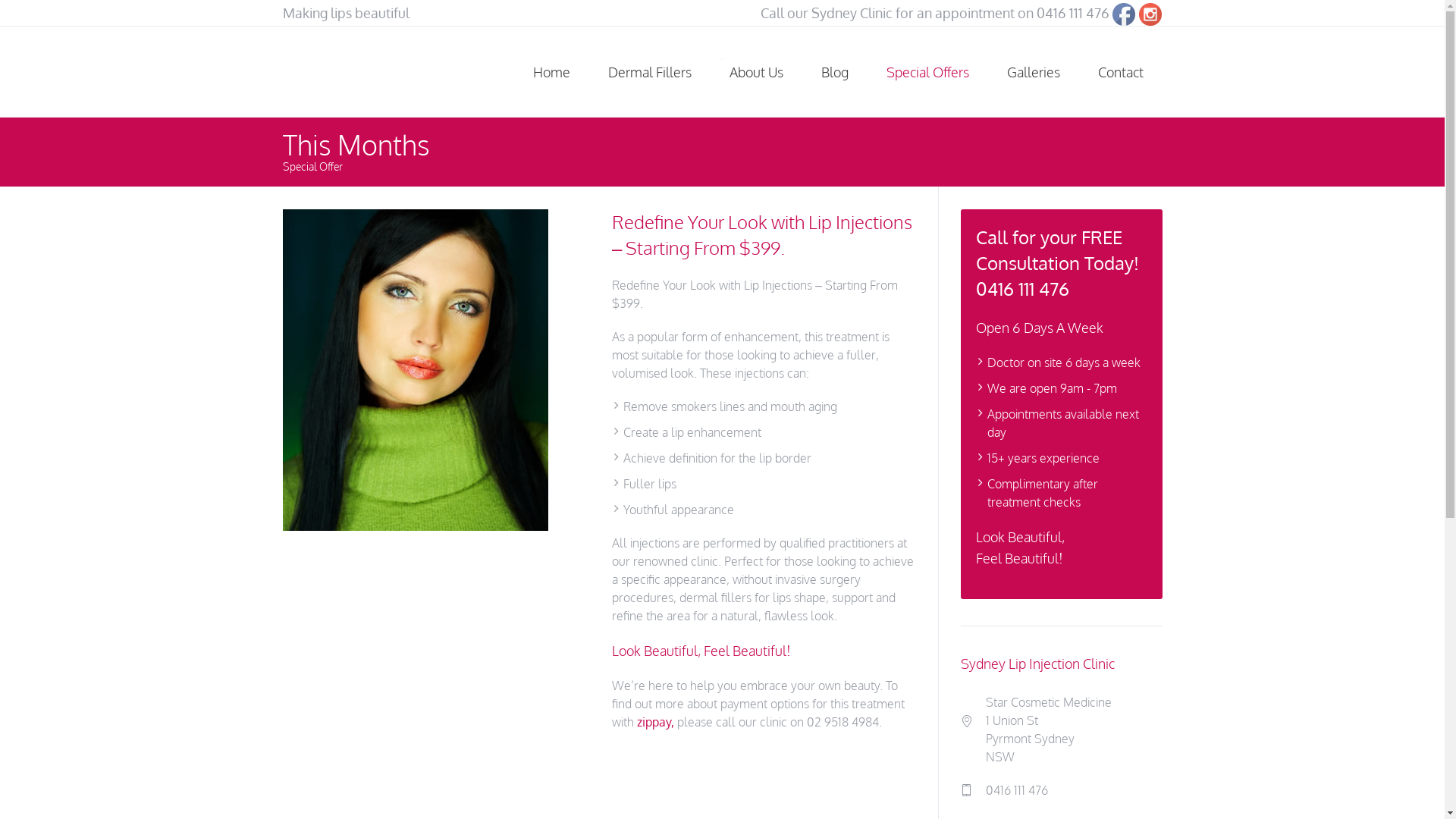 Image resolution: width=1456 pixels, height=819 pixels. Describe the element at coordinates (833, 72) in the screenshot. I see `'Blog'` at that location.